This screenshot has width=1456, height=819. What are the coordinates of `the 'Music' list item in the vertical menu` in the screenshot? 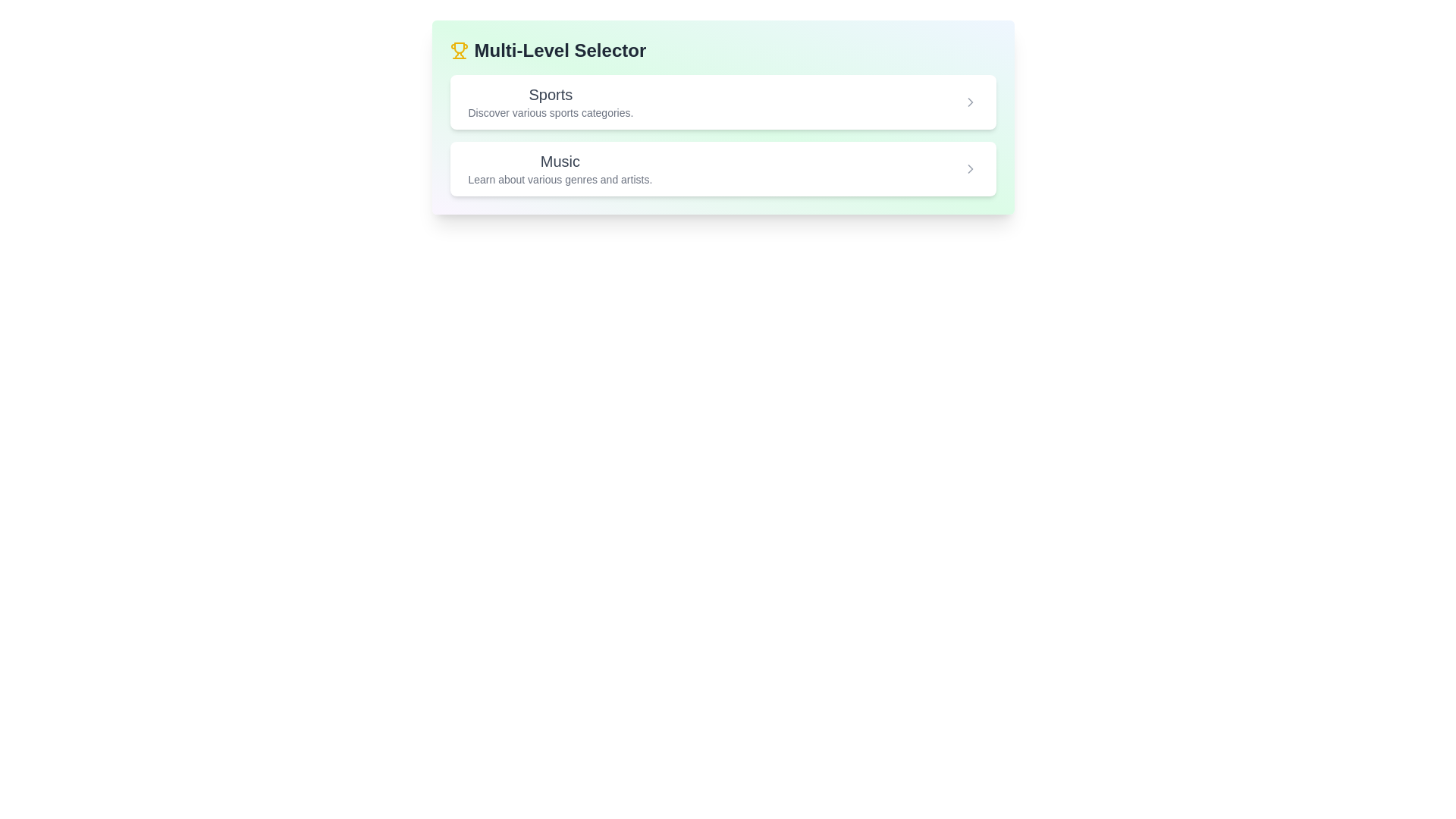 It's located at (722, 169).